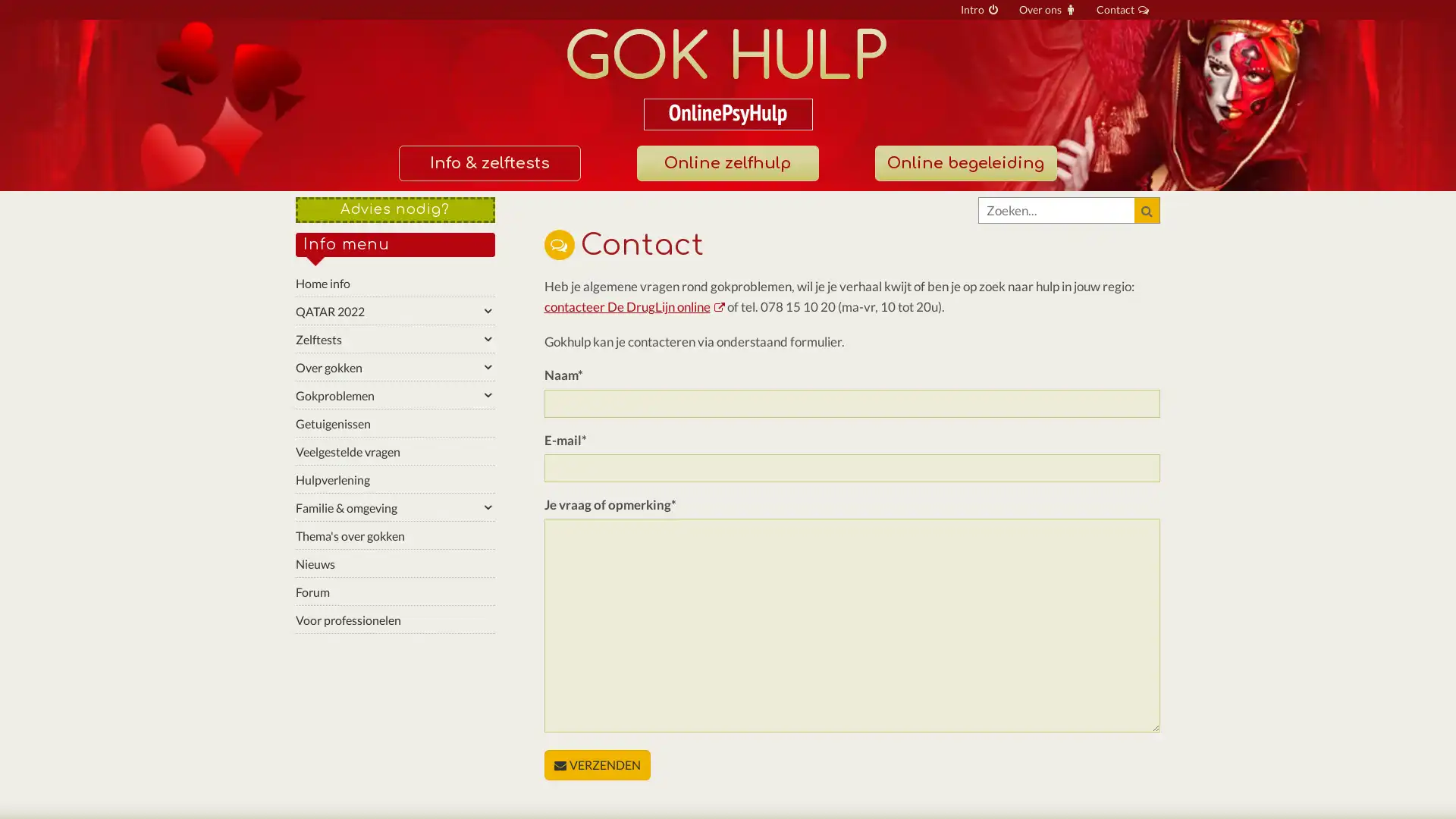  Describe the element at coordinates (964, 163) in the screenshot. I see `Online begeleiding` at that location.